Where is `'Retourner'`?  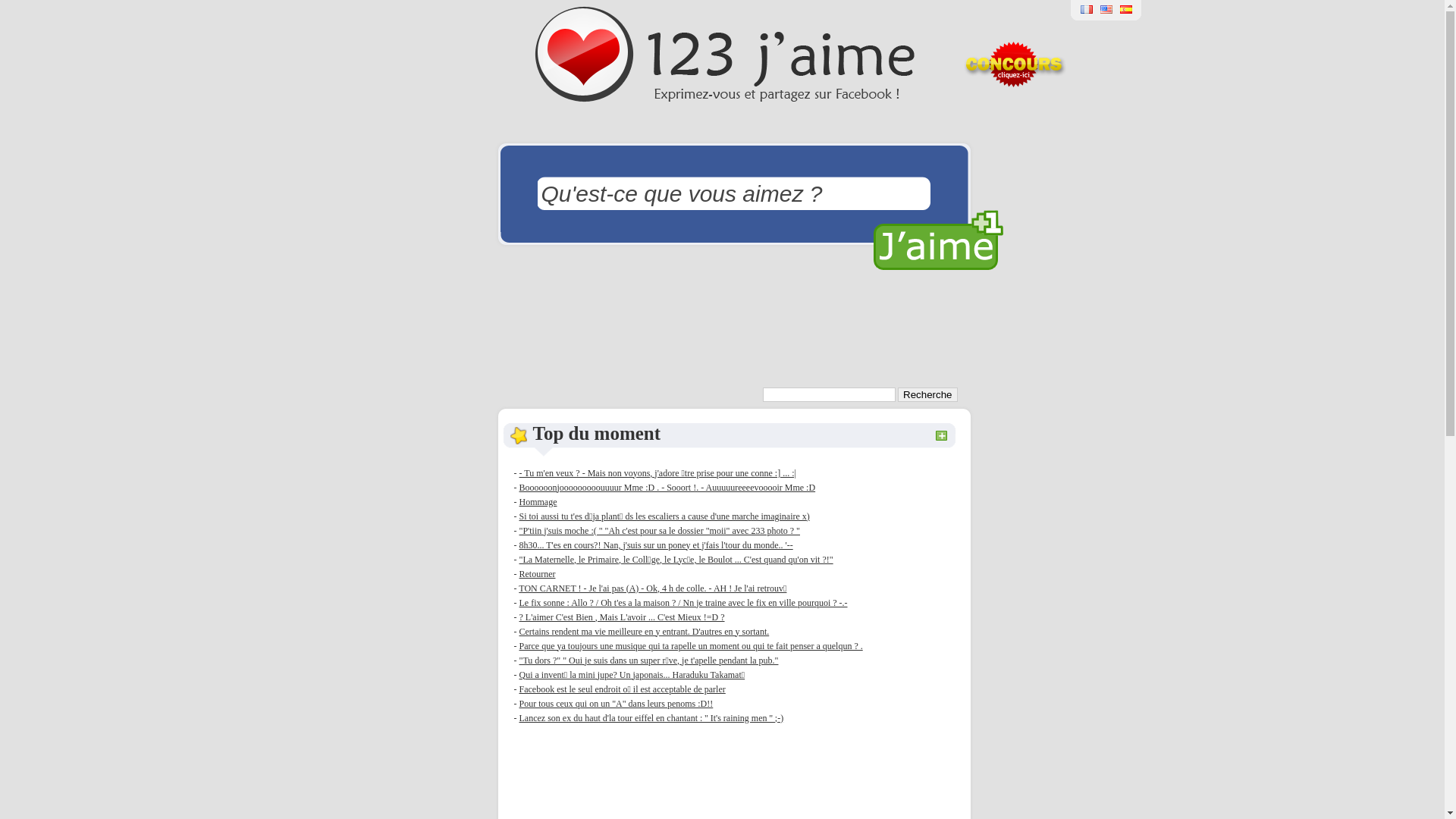
'Retourner' is located at coordinates (537, 573).